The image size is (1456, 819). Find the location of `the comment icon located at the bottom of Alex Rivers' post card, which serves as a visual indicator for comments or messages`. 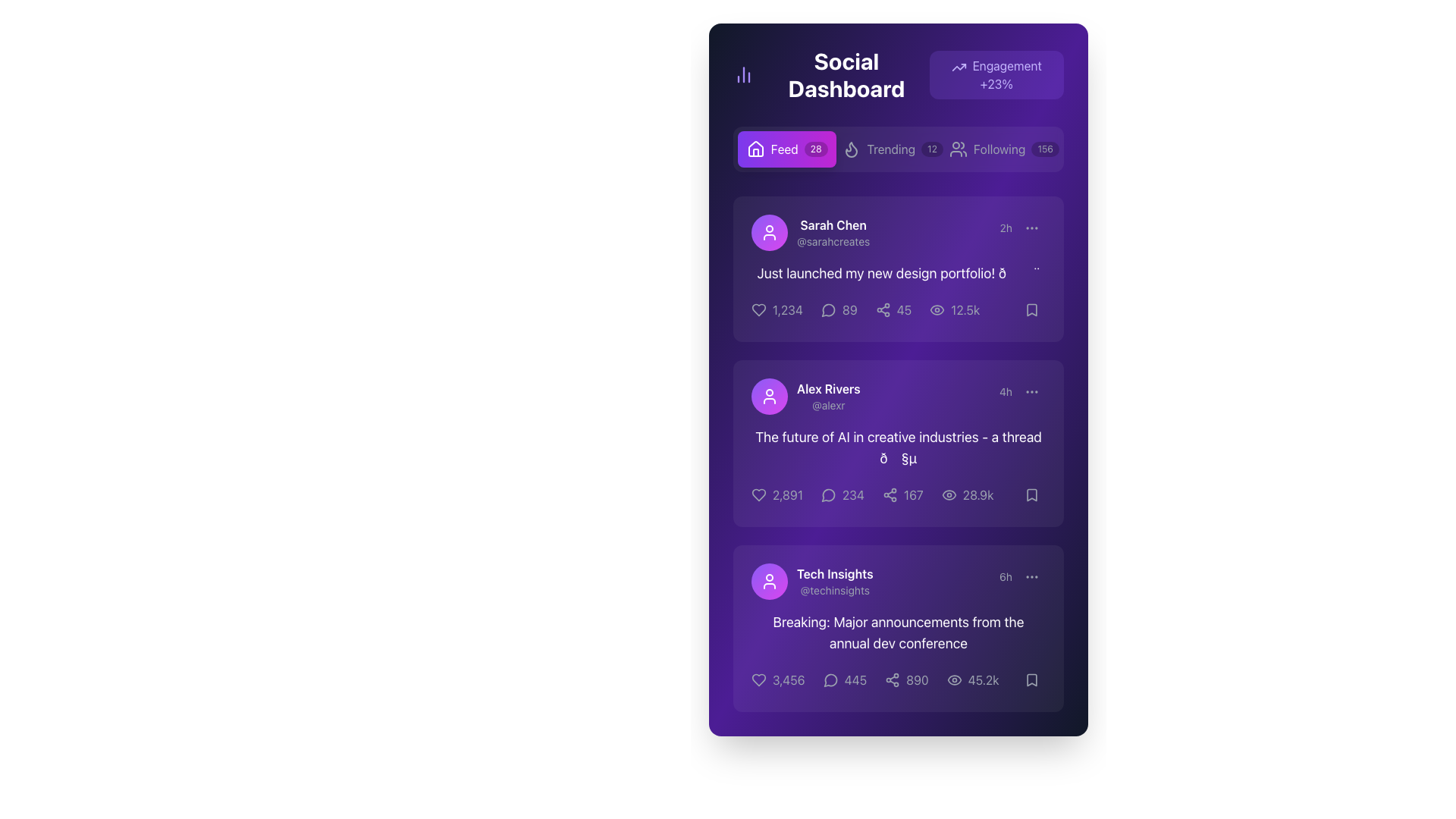

the comment icon located at the bottom of Alex Rivers' post card, which serves as a visual indicator for comments or messages is located at coordinates (827, 495).